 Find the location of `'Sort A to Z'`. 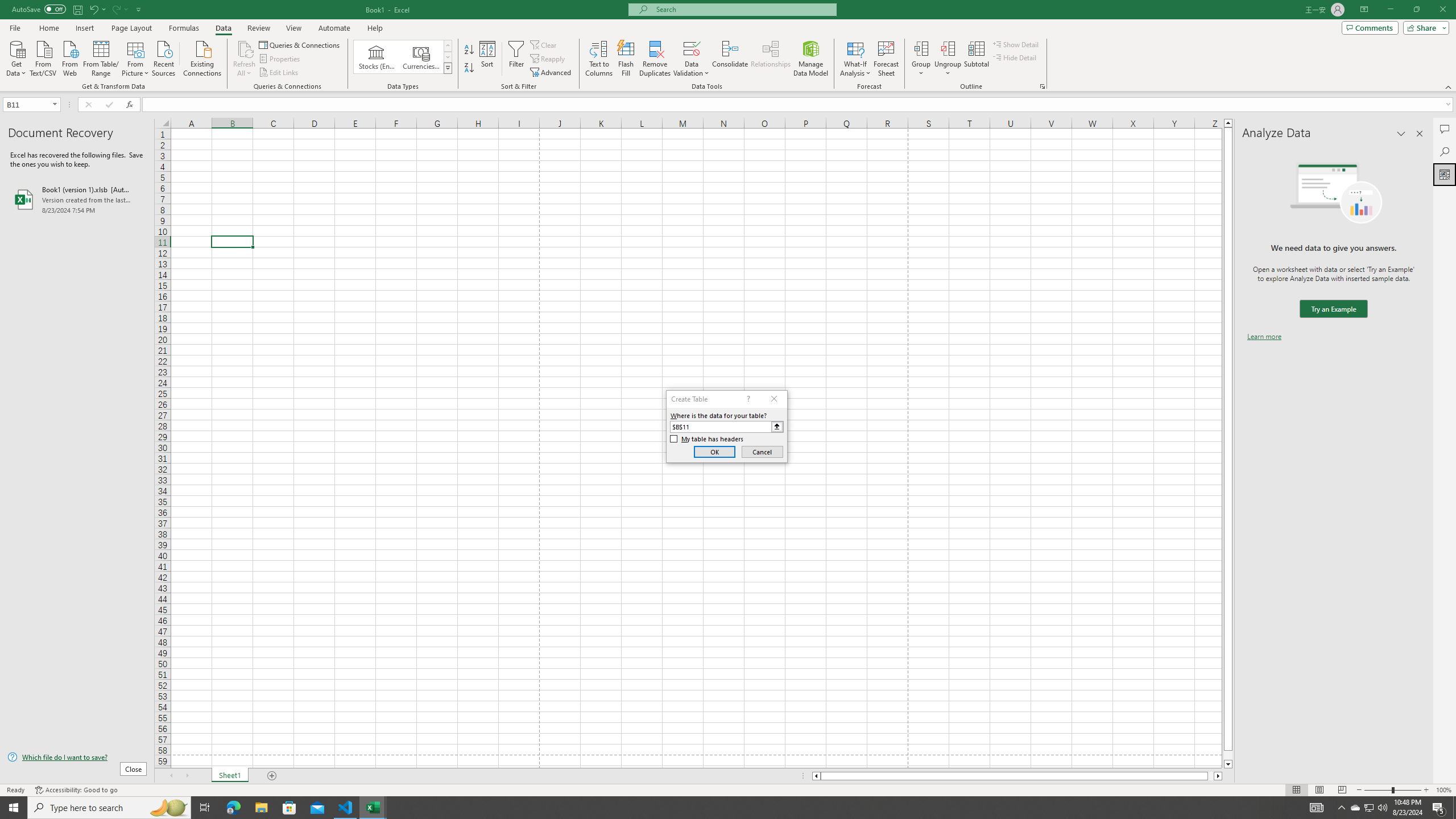

'Sort A to Z' is located at coordinates (469, 49).